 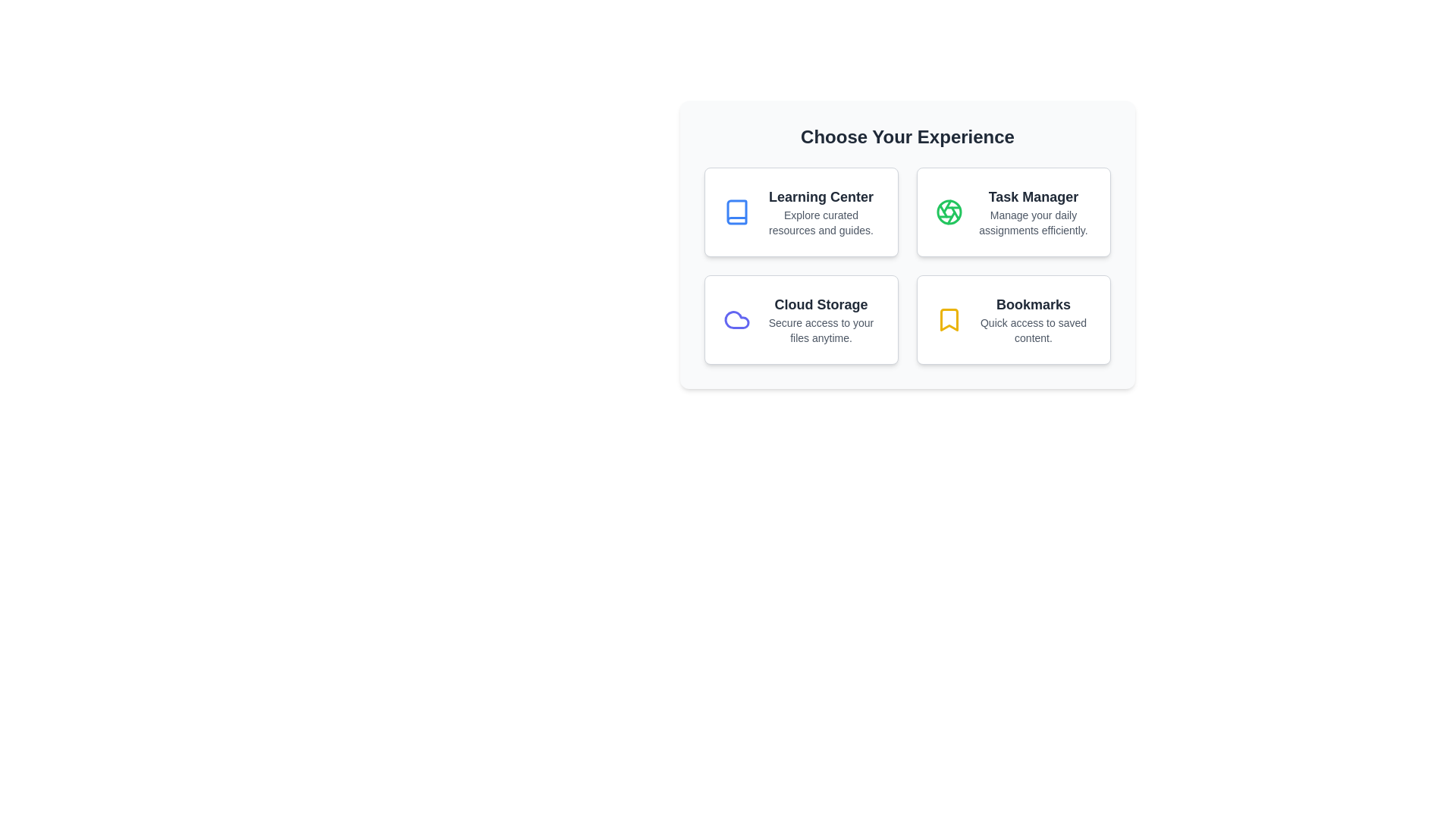 I want to click on the 'Learning Center' text label, which serves as a title in the top-left quadrant of a grid-like arrangement, so click(x=821, y=196).